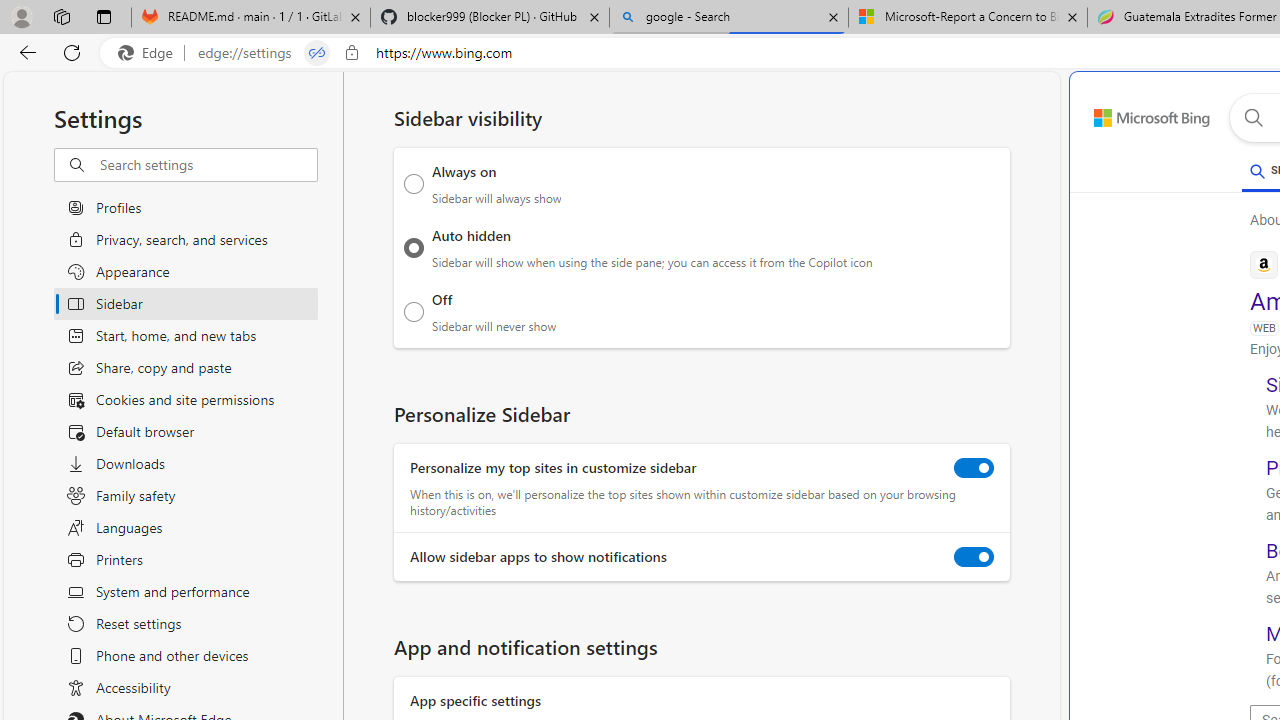 This screenshot has width=1280, height=720. I want to click on 'Always on Sidebar will always show', so click(413, 183).